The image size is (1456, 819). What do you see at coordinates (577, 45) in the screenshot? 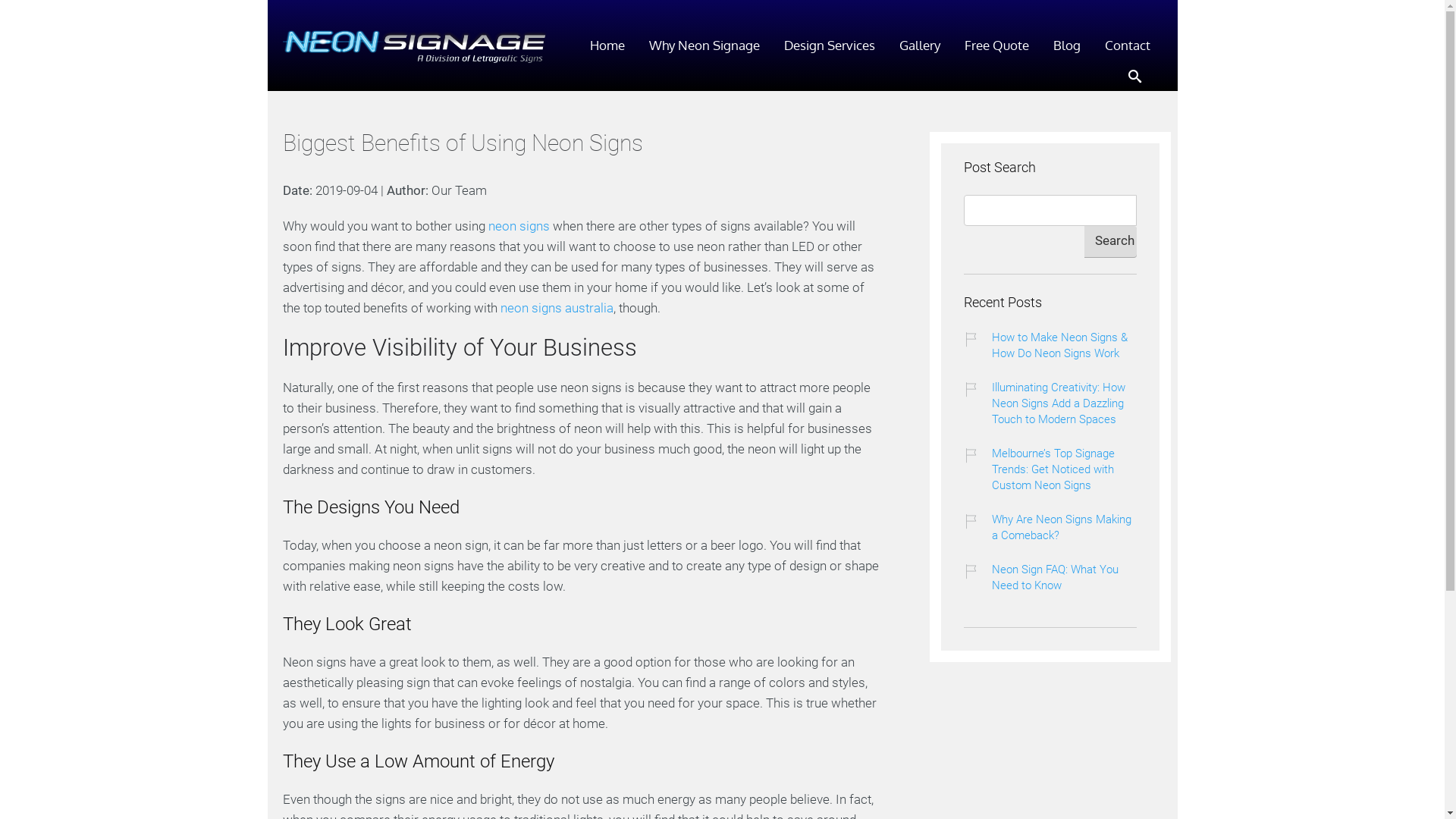
I see `'Home'` at bounding box center [577, 45].